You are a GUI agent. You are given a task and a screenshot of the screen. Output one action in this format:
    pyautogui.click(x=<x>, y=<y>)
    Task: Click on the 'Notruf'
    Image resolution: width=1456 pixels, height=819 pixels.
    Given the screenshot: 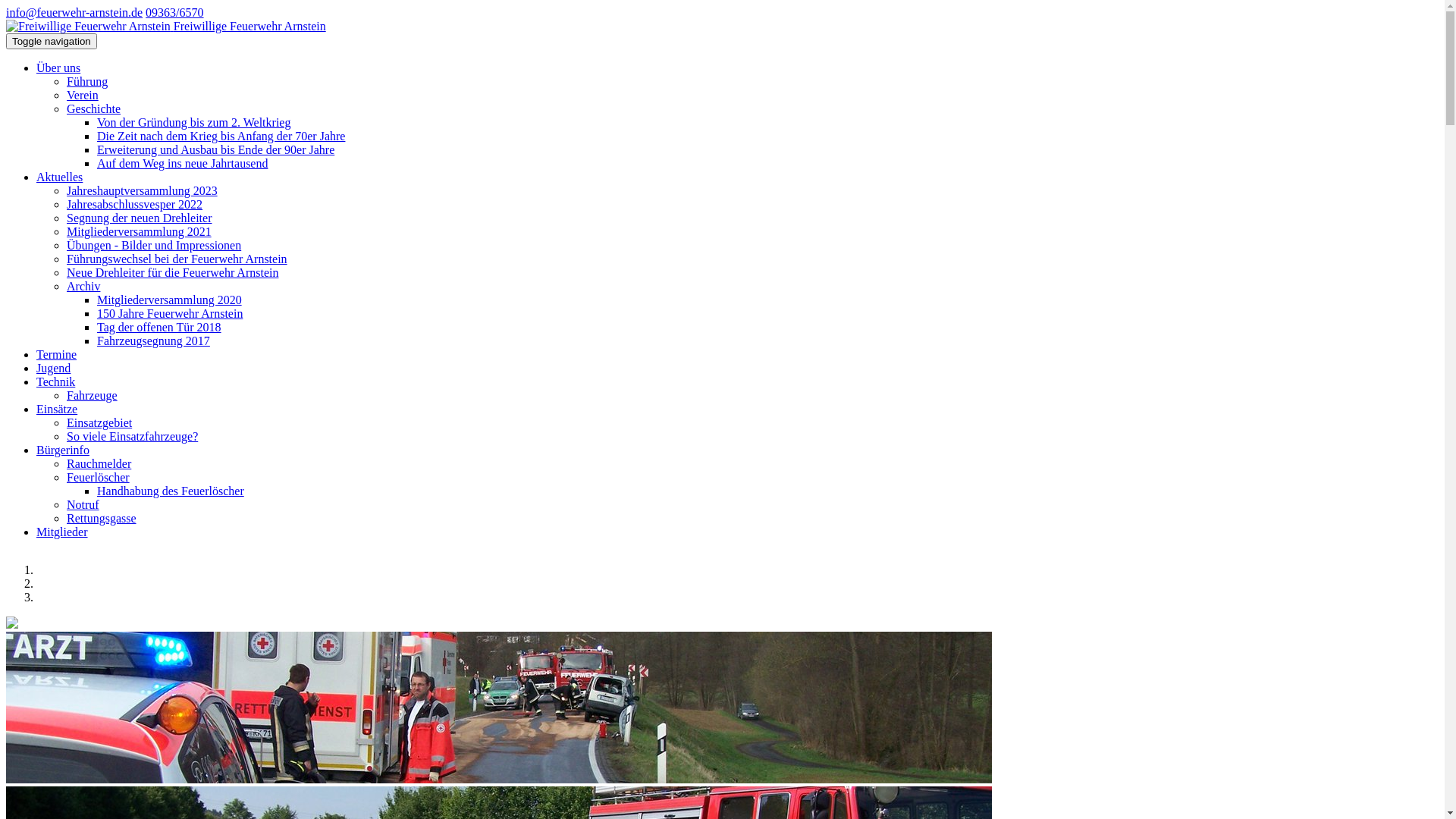 What is the action you would take?
    pyautogui.click(x=82, y=504)
    